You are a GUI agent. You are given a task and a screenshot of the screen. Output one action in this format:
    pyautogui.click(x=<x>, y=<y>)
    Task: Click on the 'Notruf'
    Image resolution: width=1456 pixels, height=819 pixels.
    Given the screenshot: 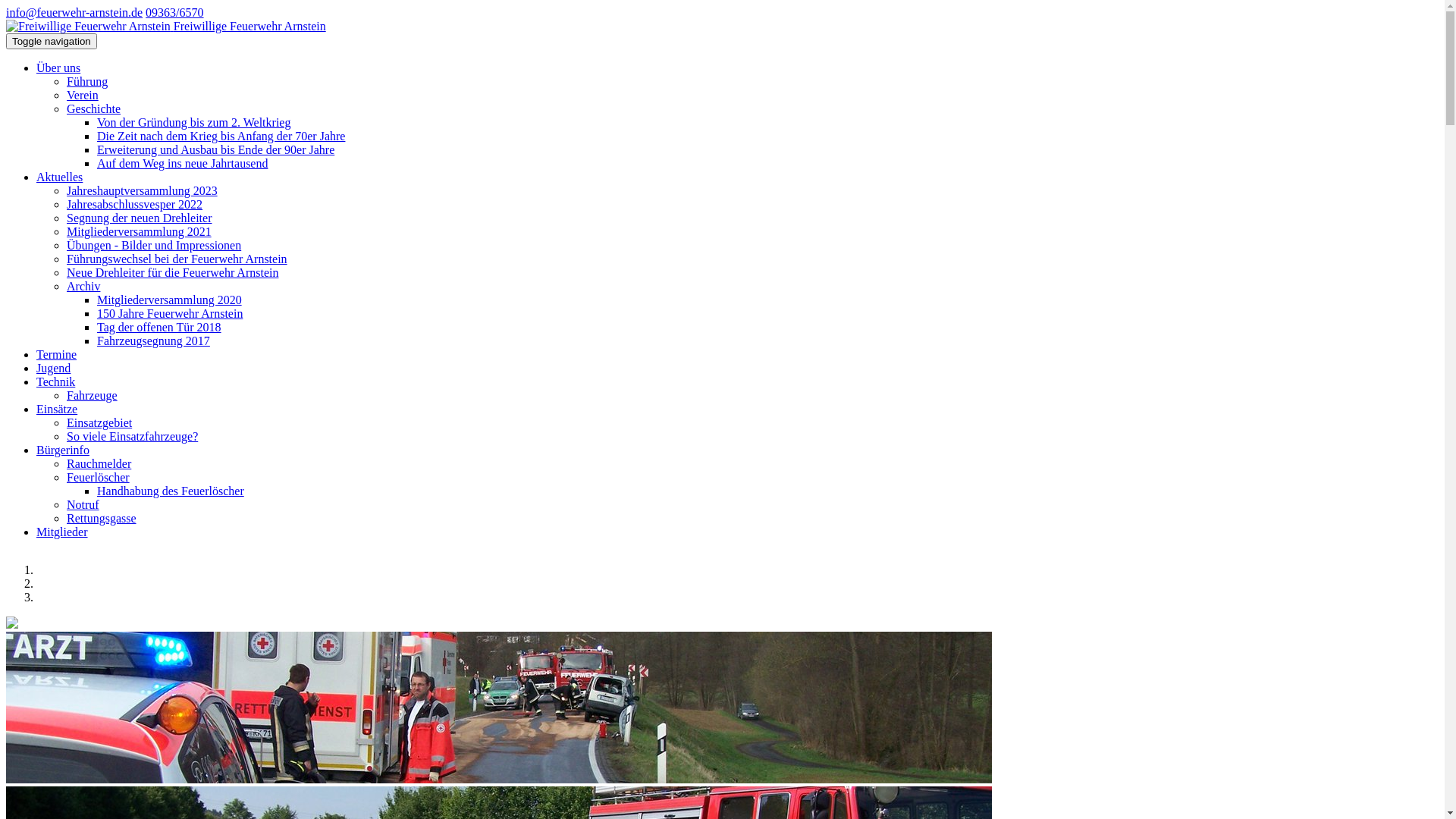 What is the action you would take?
    pyautogui.click(x=82, y=504)
    